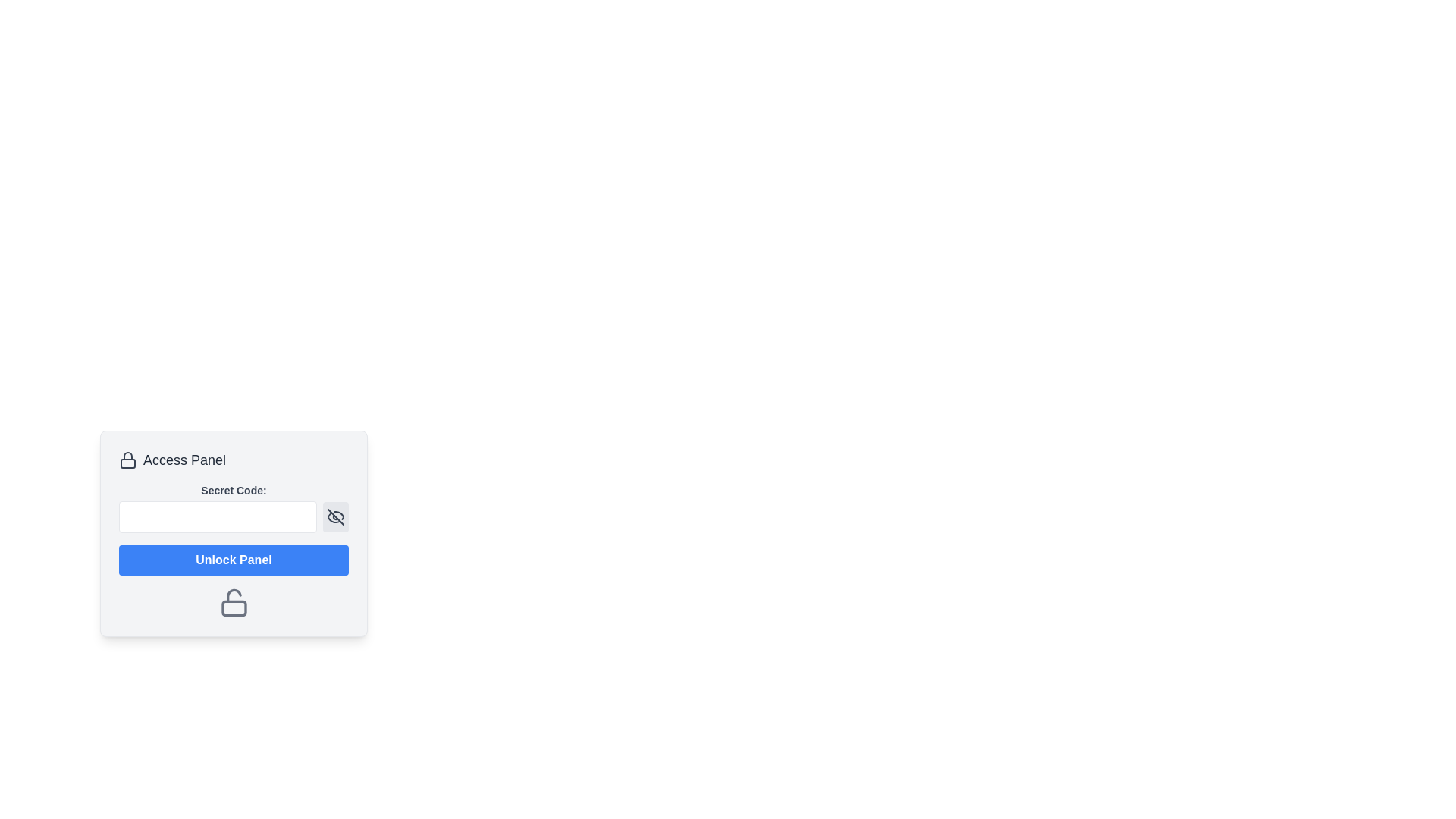 The width and height of the screenshot is (1456, 819). What do you see at coordinates (127, 463) in the screenshot?
I see `the rectangular shape with rounded corners that forms the main body of the lock icon at the bottom-center of the panel` at bounding box center [127, 463].